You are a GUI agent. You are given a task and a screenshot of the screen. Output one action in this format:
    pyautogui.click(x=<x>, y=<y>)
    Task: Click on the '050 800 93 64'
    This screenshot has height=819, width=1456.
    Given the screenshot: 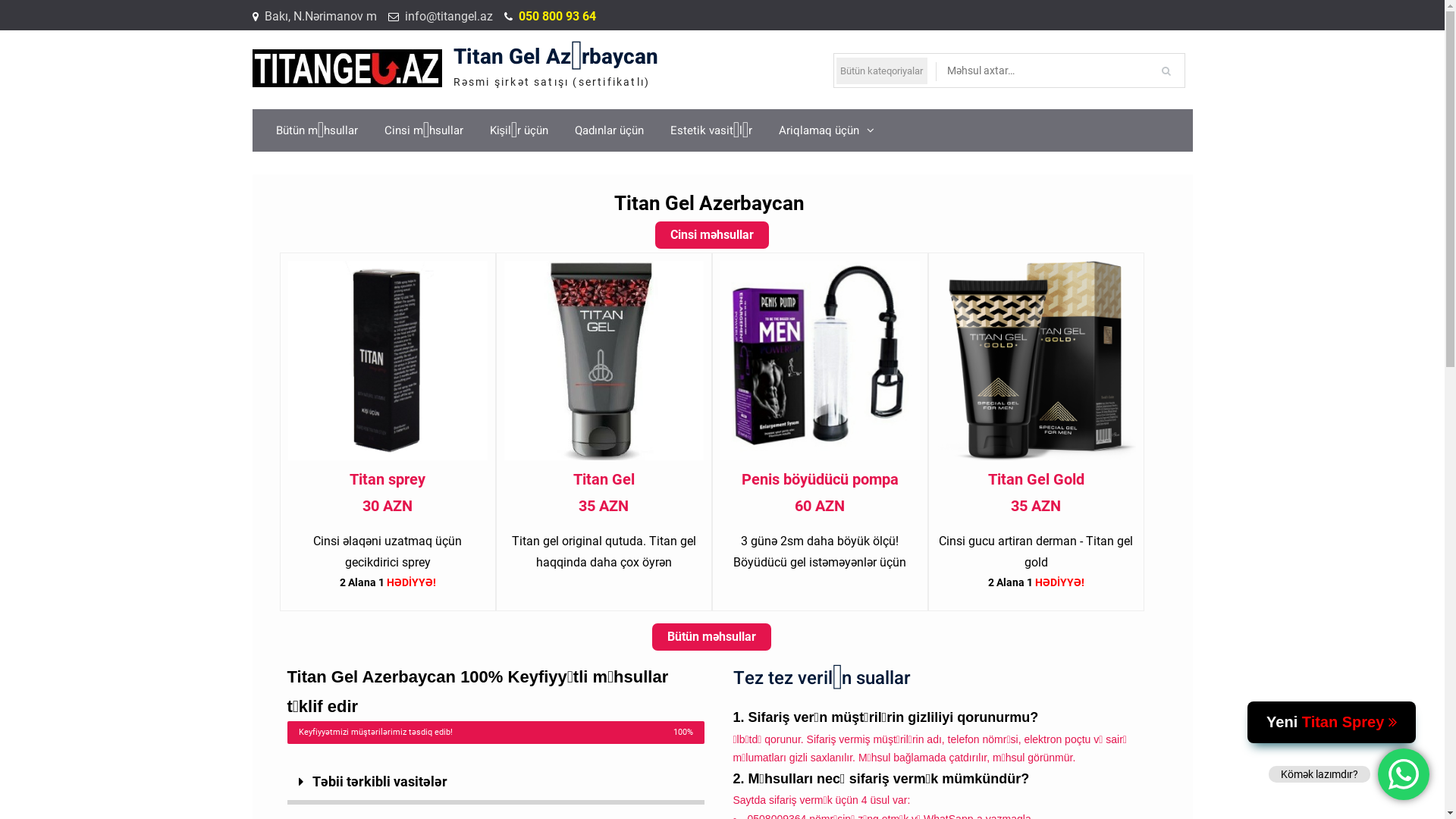 What is the action you would take?
    pyautogui.click(x=556, y=17)
    